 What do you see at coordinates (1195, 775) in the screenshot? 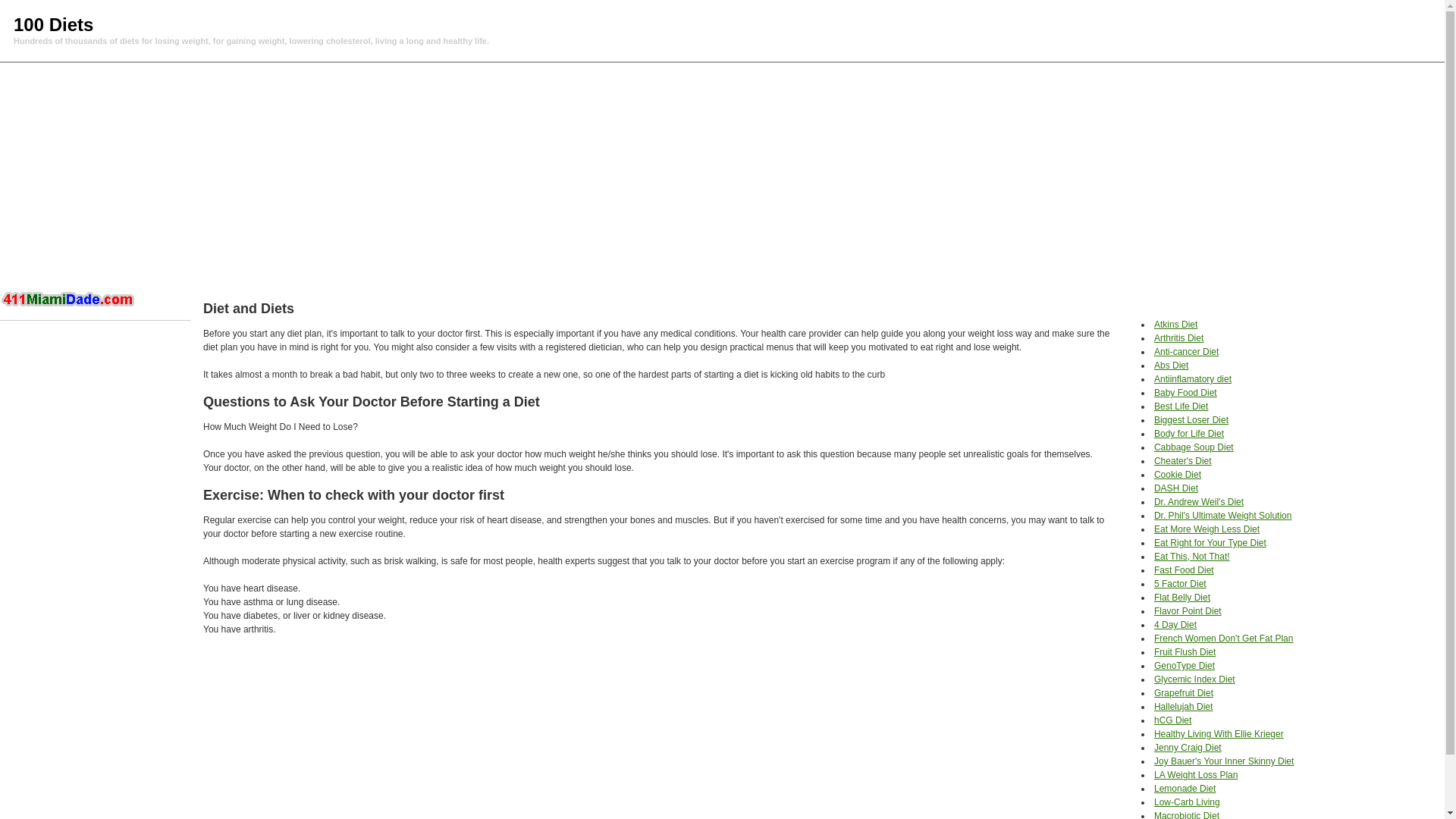
I see `'LA Weight Loss Plan'` at bounding box center [1195, 775].